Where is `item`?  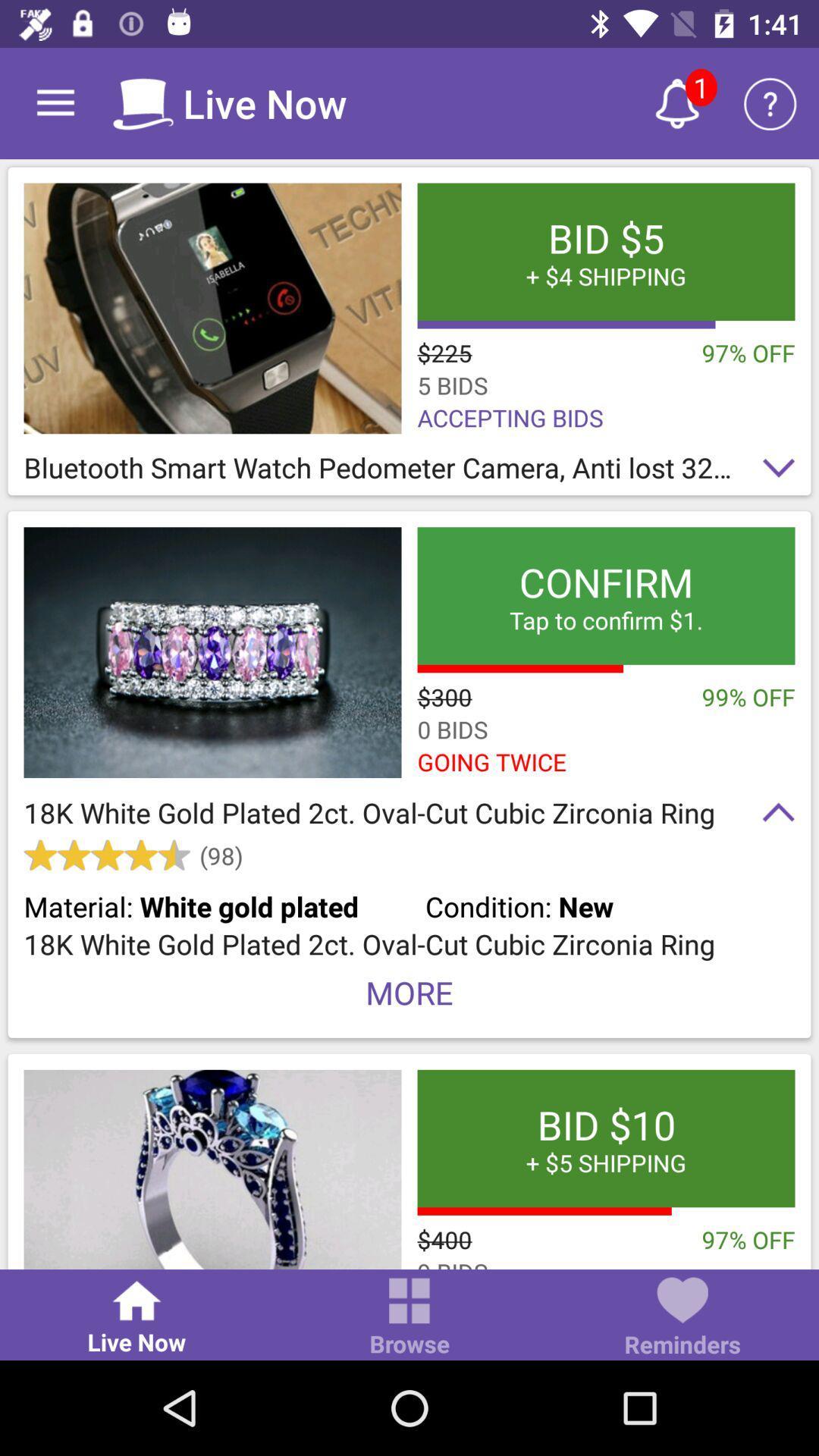
item is located at coordinates (212, 307).